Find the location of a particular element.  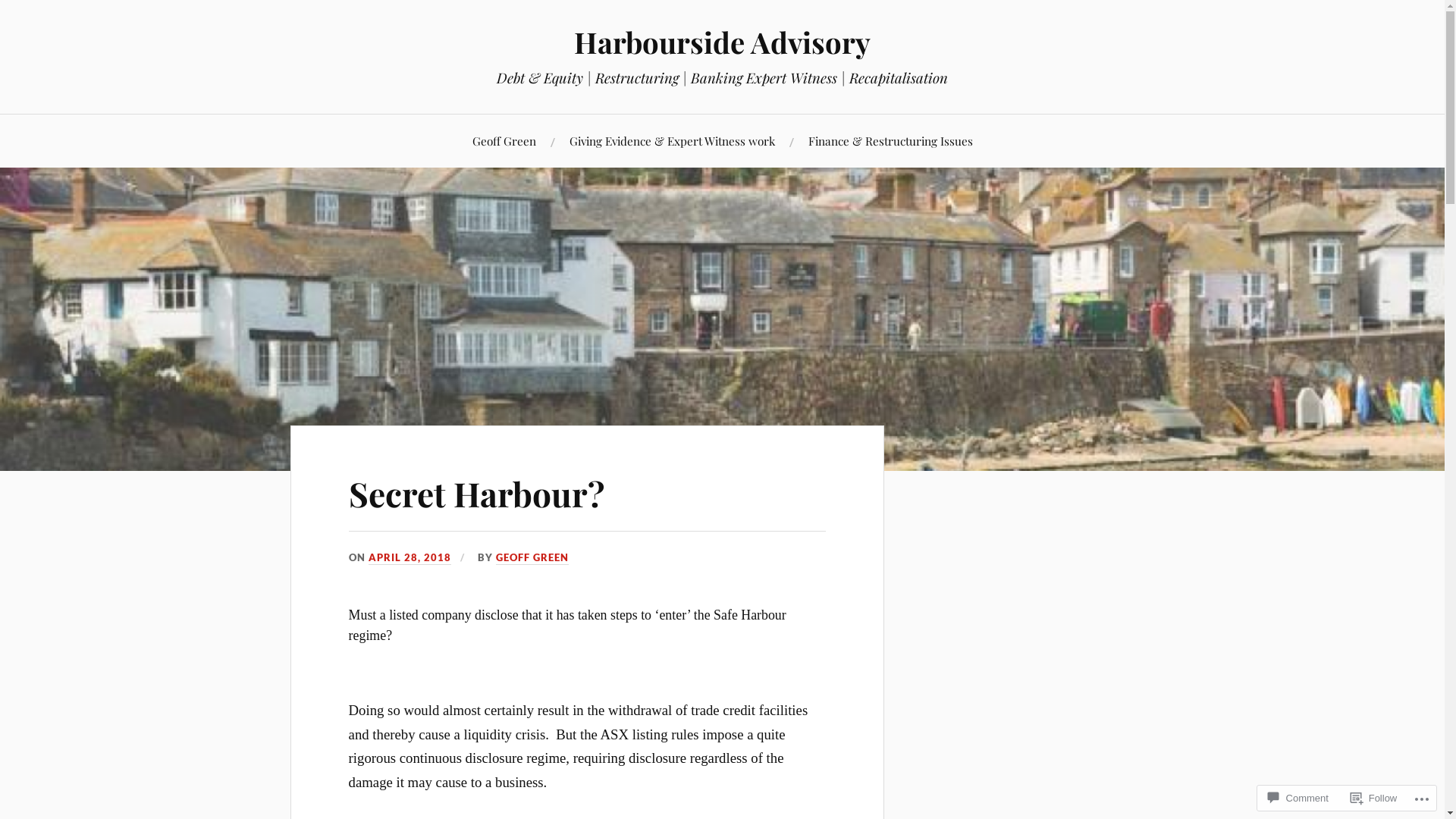

'APRIL 28, 2018' is located at coordinates (409, 558).